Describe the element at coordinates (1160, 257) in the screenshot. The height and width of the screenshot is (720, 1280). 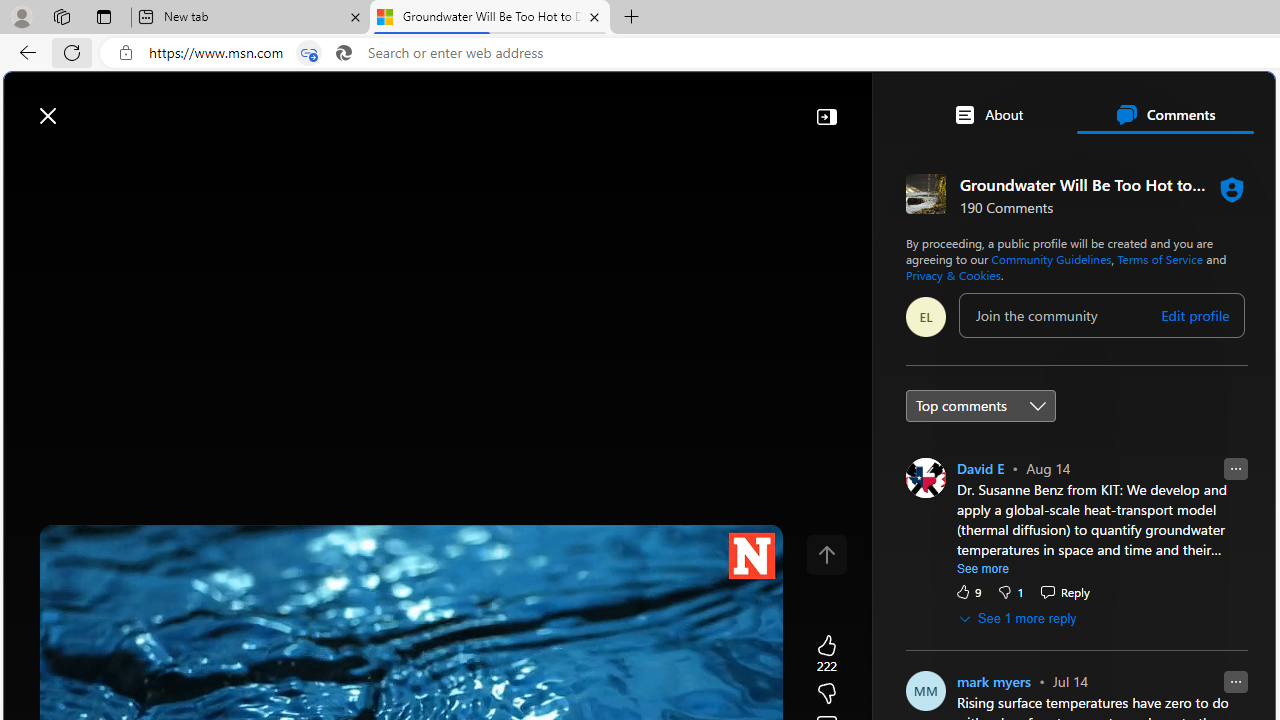
I see `'Terms of Service'` at that location.